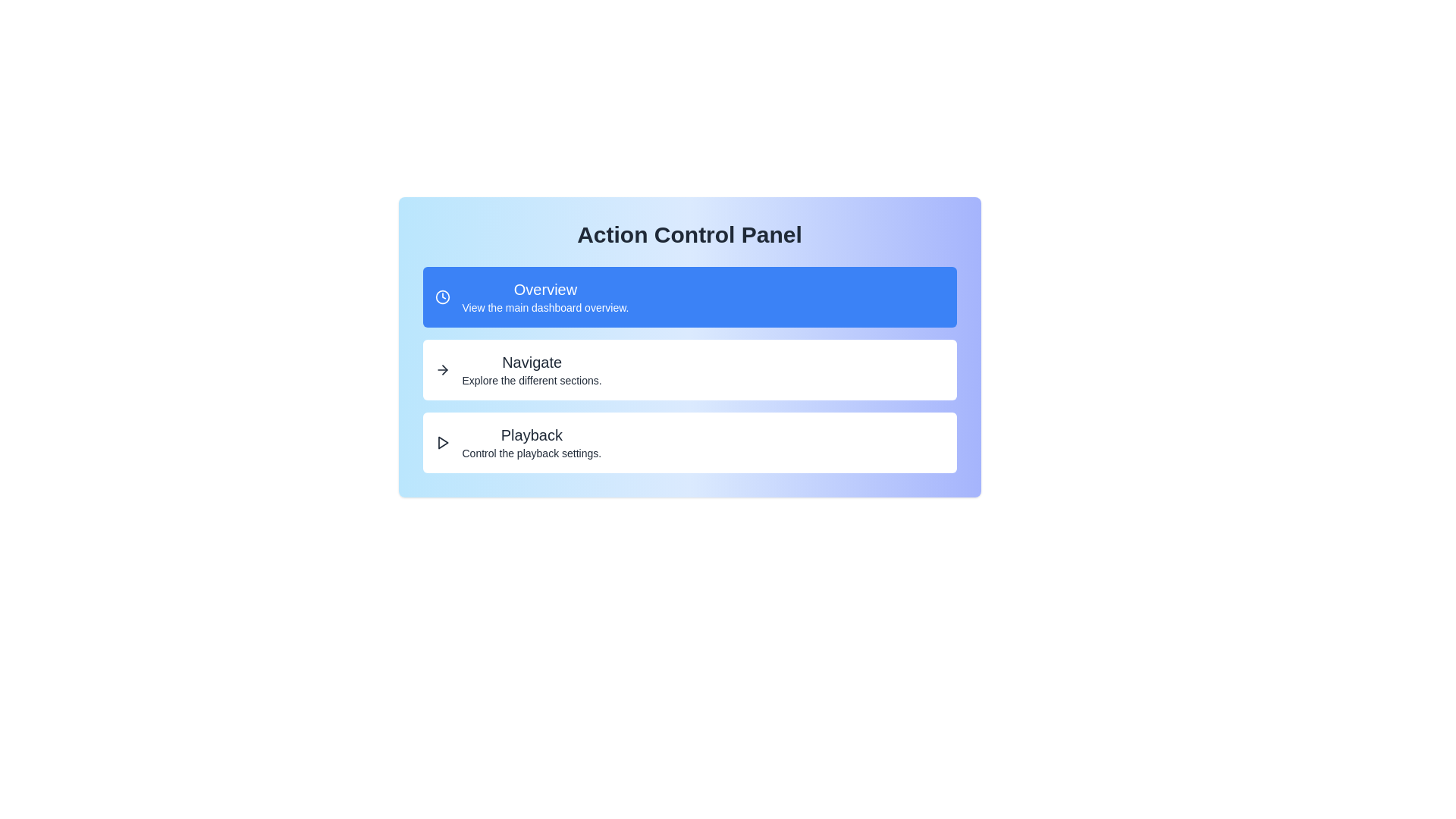 This screenshot has height=819, width=1456. What do you see at coordinates (441, 370) in the screenshot?
I see `the small rightward arrow icon with a thin outline, located to the left of the text 'Navigate' in the second row of the content panel` at bounding box center [441, 370].